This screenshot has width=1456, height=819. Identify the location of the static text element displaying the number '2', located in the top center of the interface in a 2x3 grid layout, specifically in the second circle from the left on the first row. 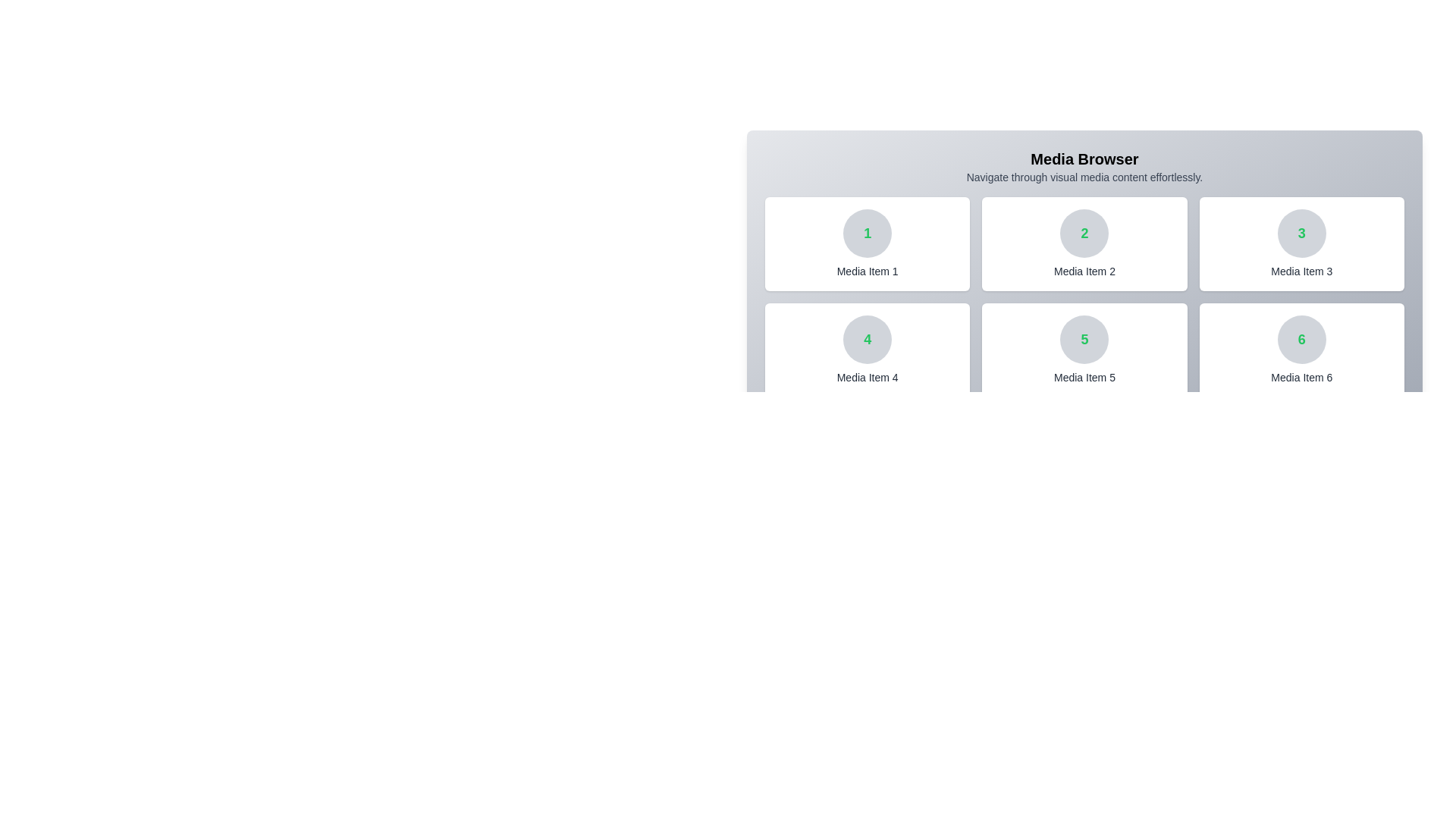
(1084, 234).